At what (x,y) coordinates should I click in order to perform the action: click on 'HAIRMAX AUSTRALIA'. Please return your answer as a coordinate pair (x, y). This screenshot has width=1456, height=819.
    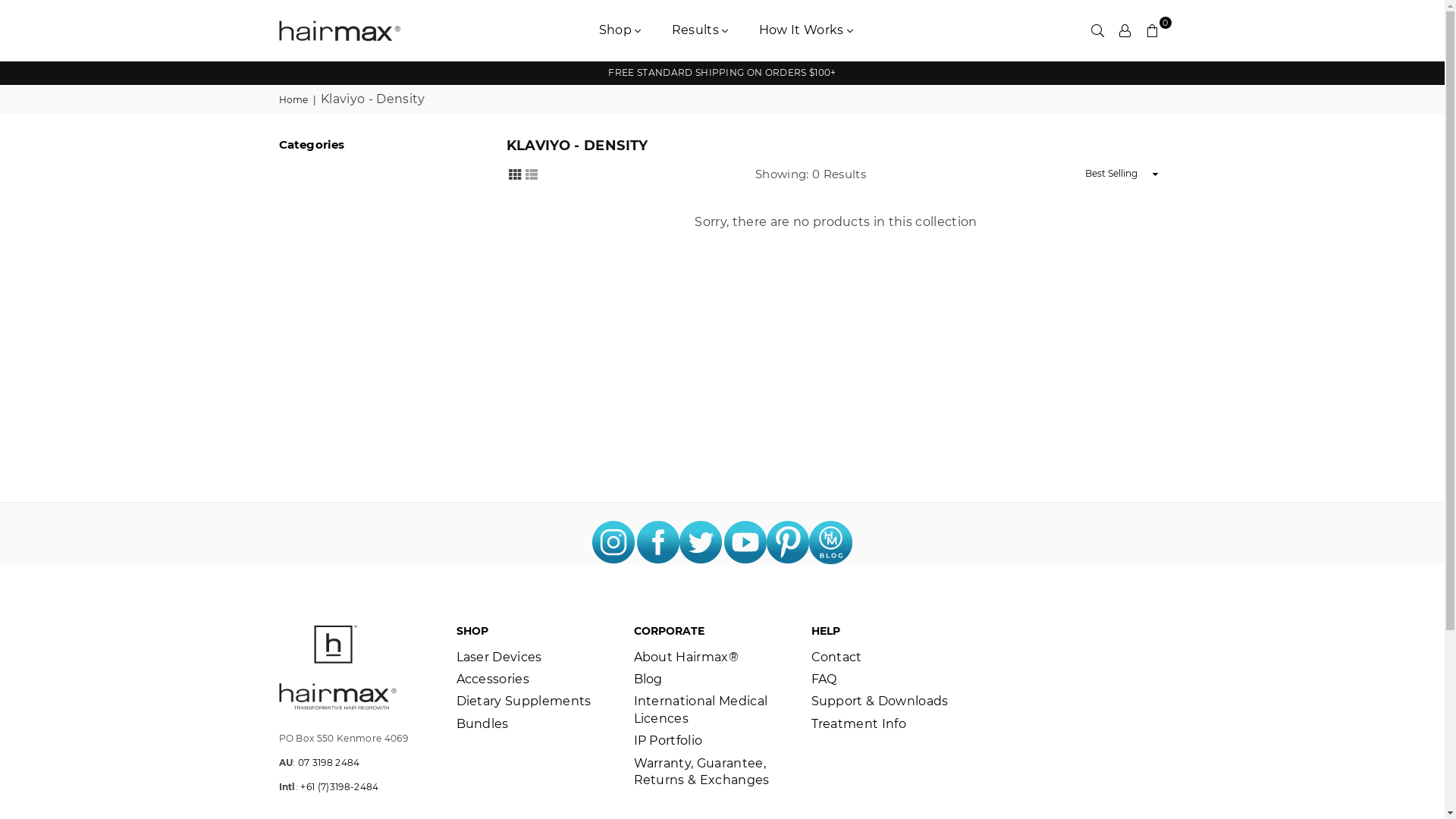
    Looking at the image, I should click on (279, 30).